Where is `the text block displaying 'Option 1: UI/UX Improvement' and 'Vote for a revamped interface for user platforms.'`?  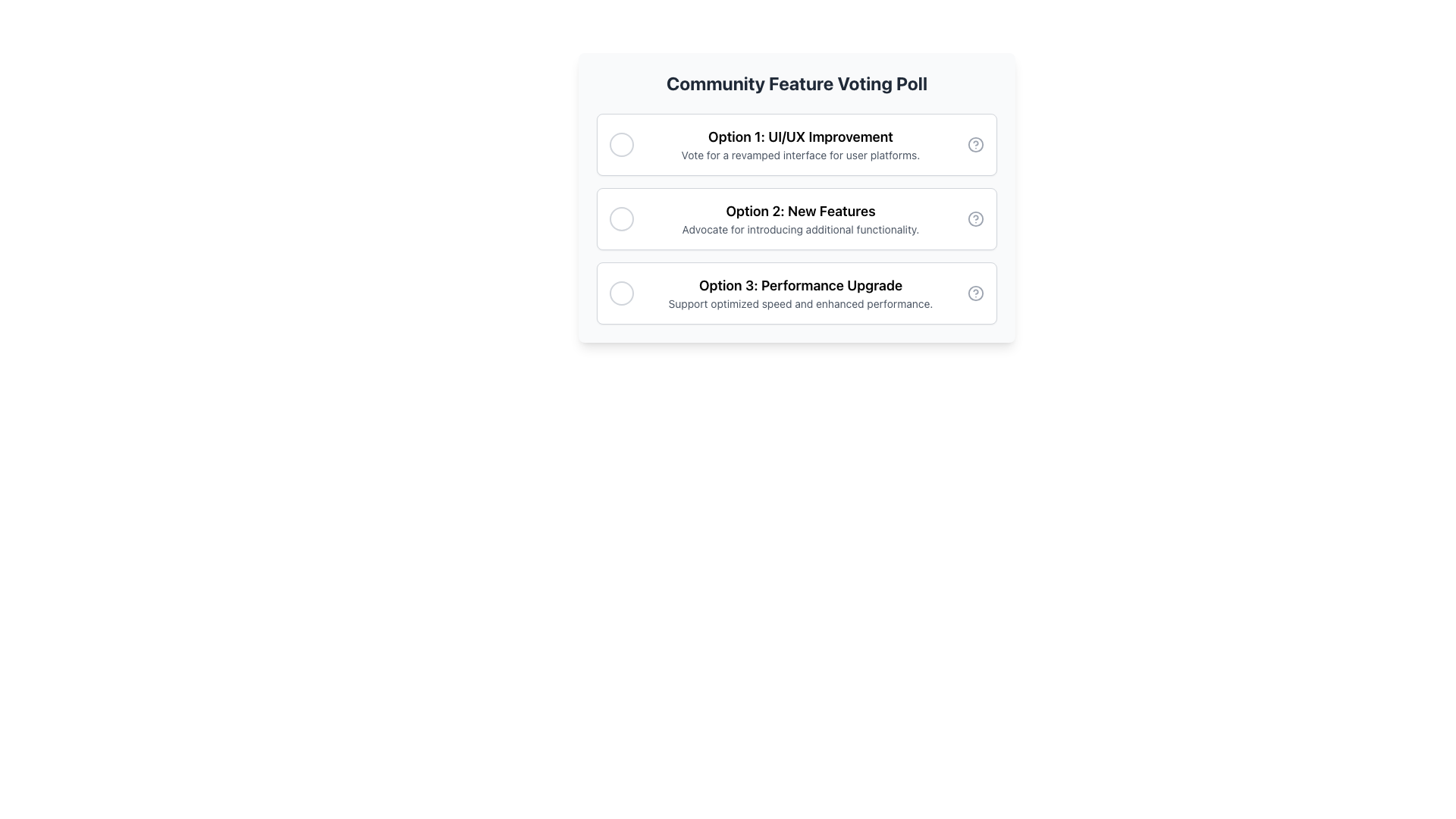
the text block displaying 'Option 1: UI/UX Improvement' and 'Vote for a revamped interface for user platforms.' is located at coordinates (800, 145).